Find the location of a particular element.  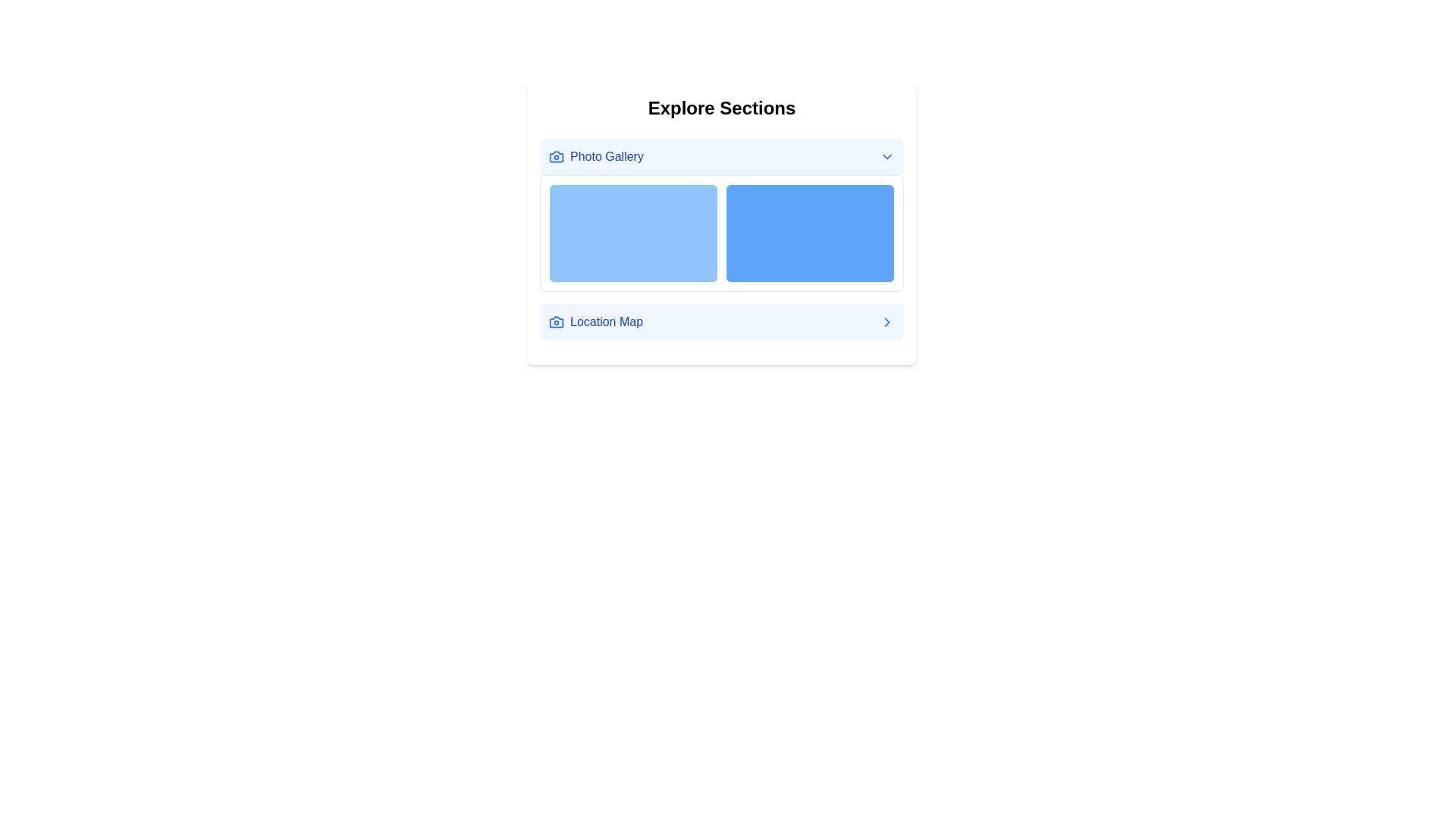

the blue camera icon located at the beginning of the 'Location Map' section, adjacent to its text label, as a visual indicator is located at coordinates (556, 157).